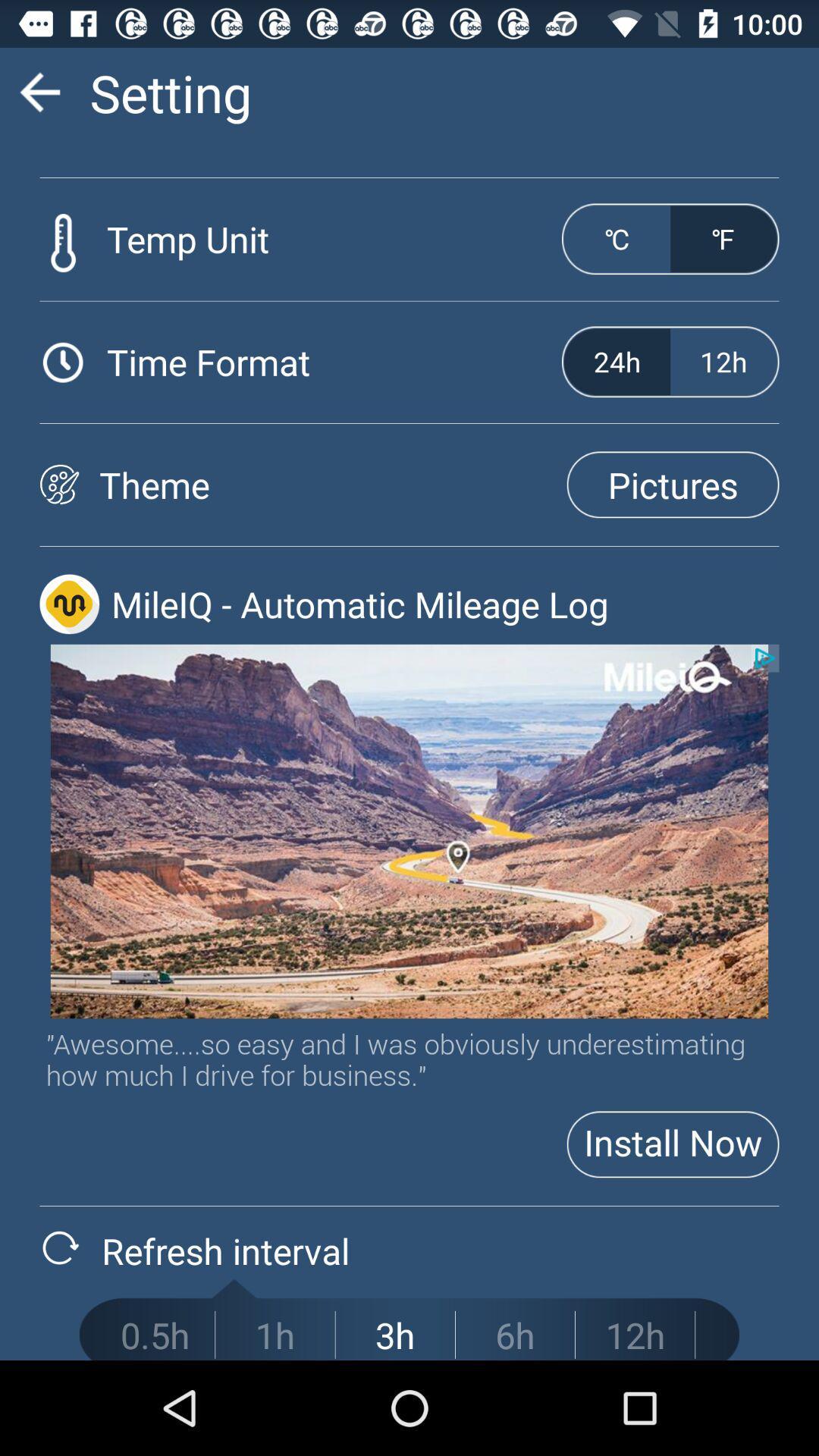  I want to click on location, so click(409, 830).